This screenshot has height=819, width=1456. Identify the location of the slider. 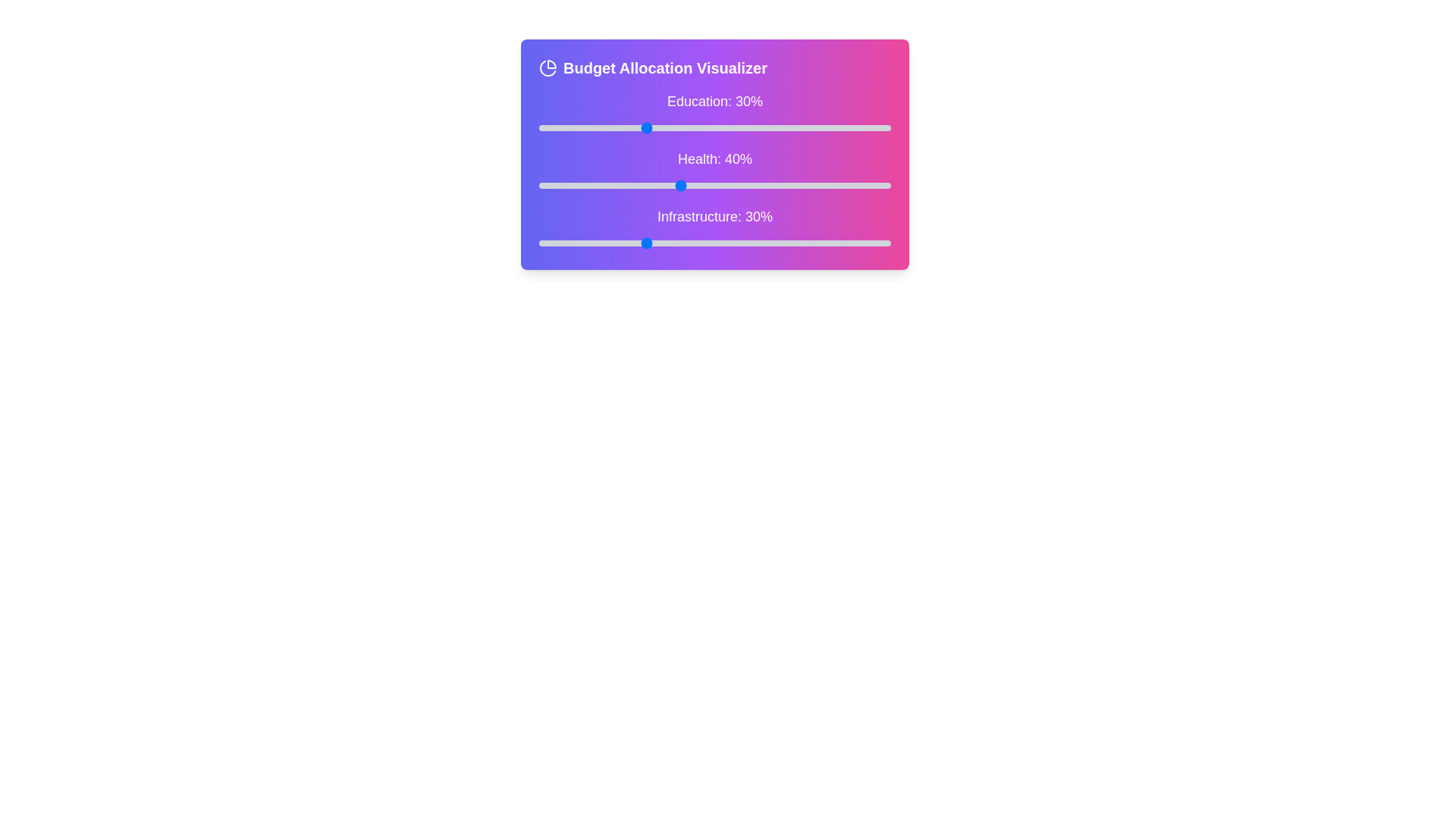
(855, 242).